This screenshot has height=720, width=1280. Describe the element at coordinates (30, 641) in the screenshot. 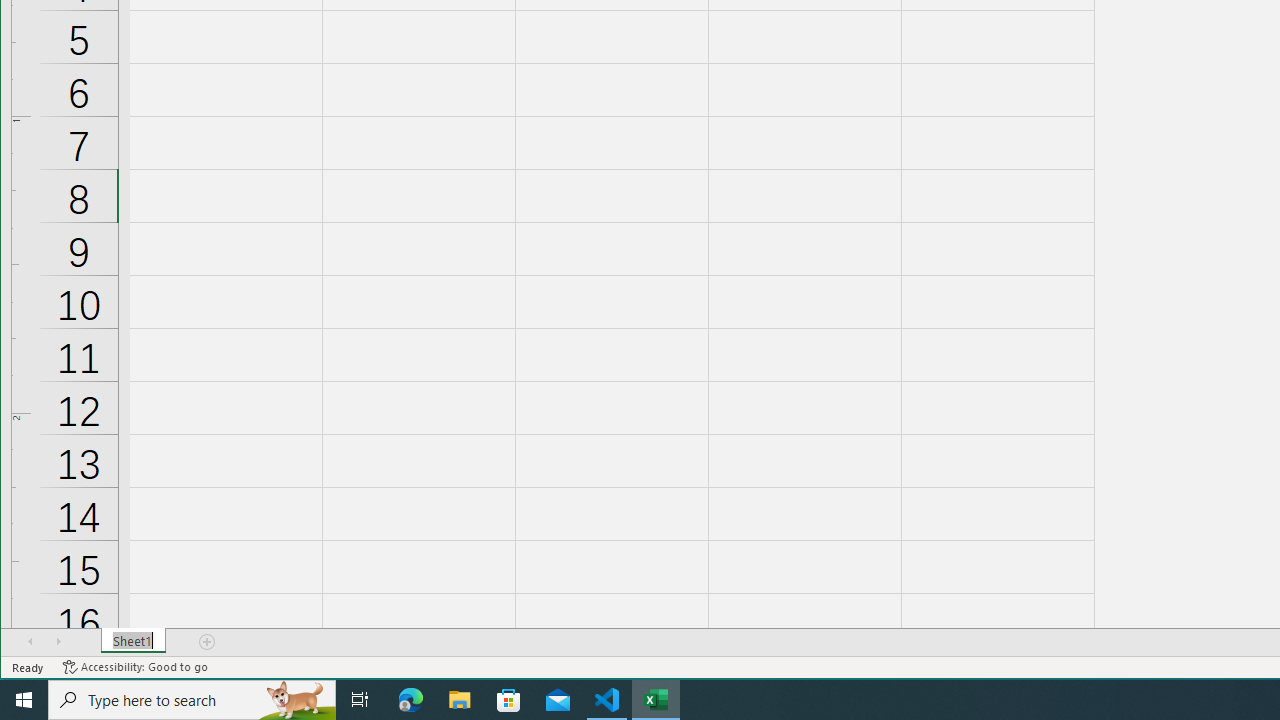

I see `'Scroll Left'` at that location.